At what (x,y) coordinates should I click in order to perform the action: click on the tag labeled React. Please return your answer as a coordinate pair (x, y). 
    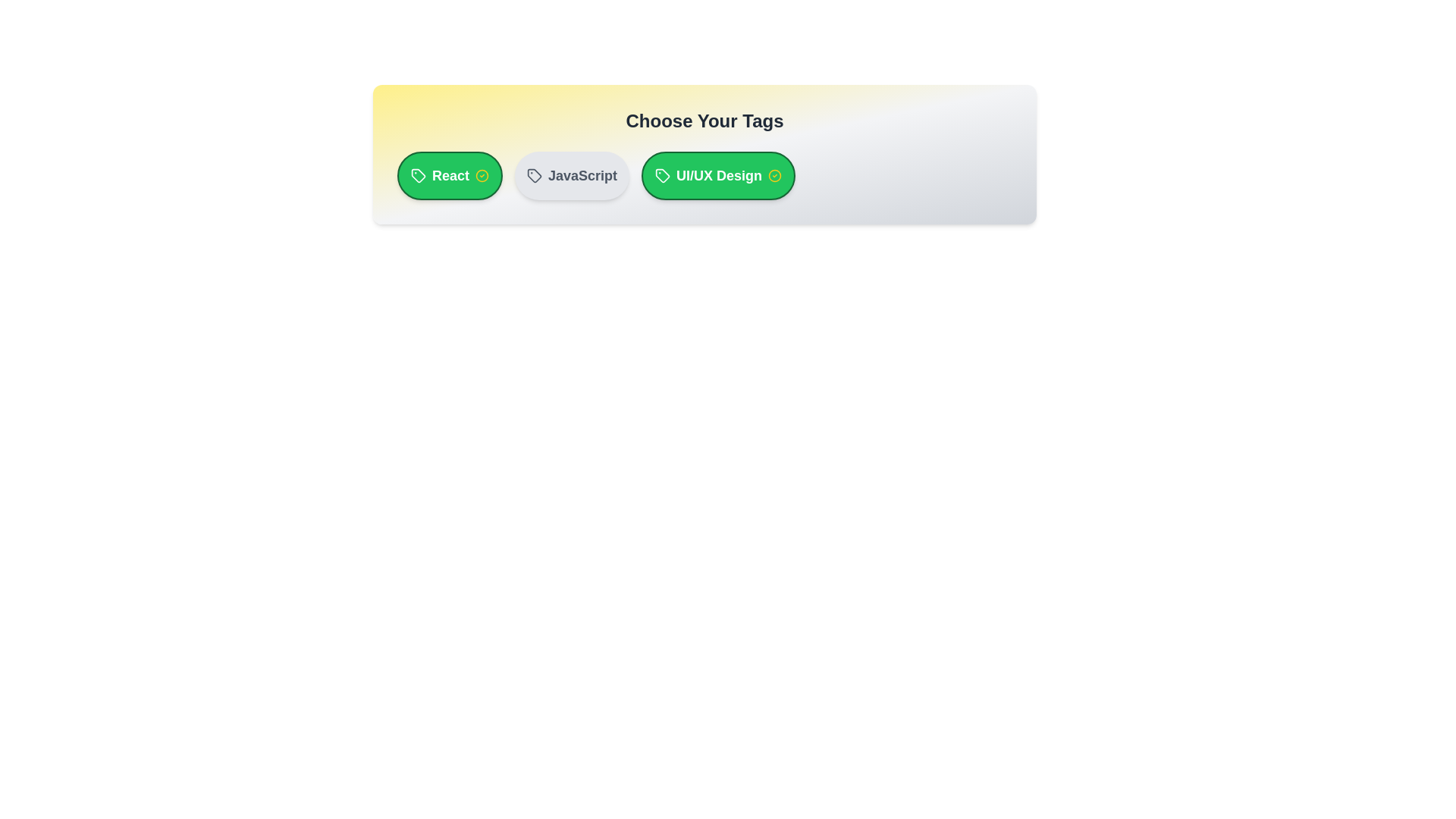
    Looking at the image, I should click on (449, 174).